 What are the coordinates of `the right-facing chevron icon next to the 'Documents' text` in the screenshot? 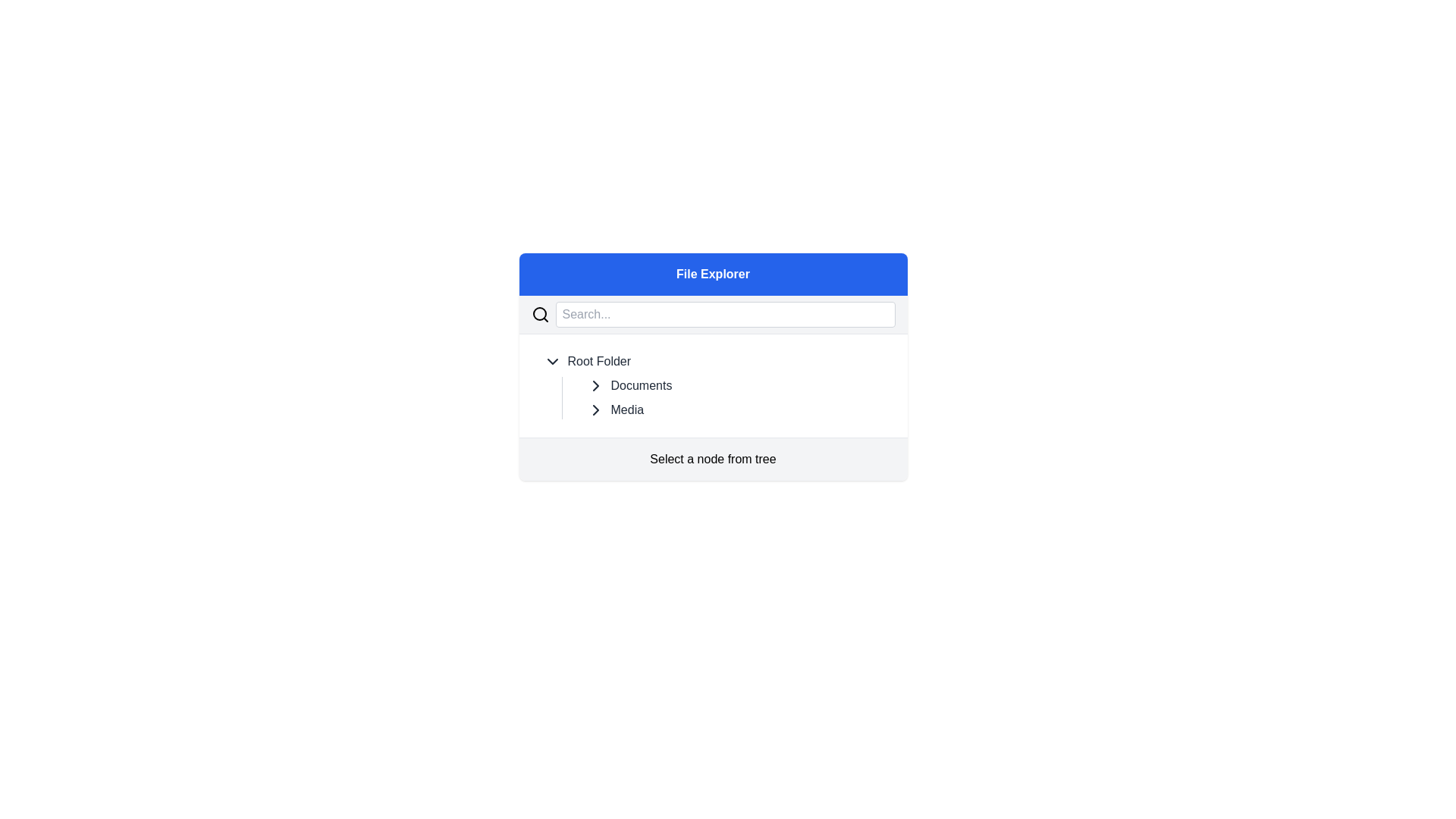 It's located at (595, 385).